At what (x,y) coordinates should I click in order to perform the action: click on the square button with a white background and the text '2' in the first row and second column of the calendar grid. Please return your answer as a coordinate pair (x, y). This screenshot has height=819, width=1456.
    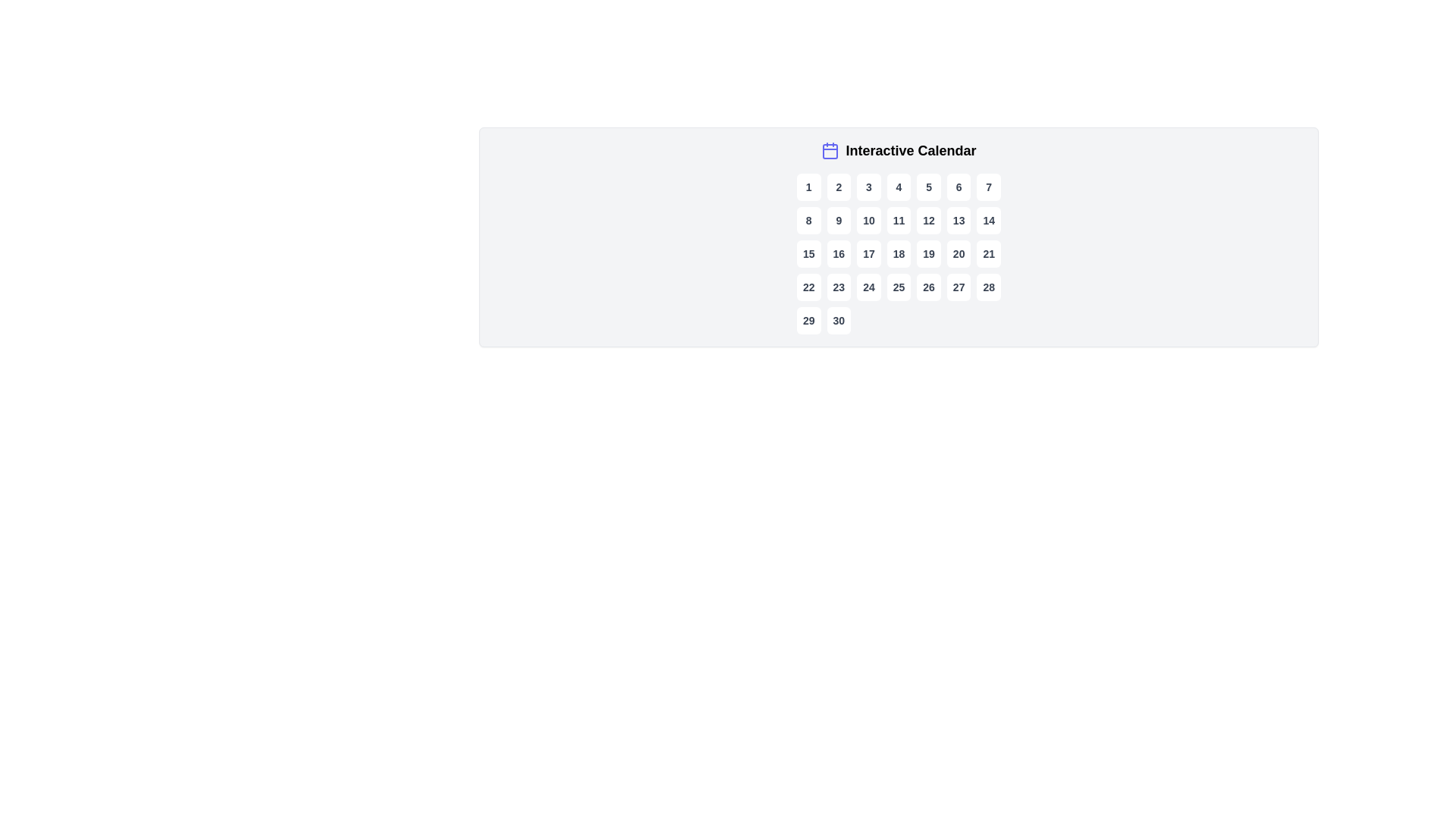
    Looking at the image, I should click on (838, 186).